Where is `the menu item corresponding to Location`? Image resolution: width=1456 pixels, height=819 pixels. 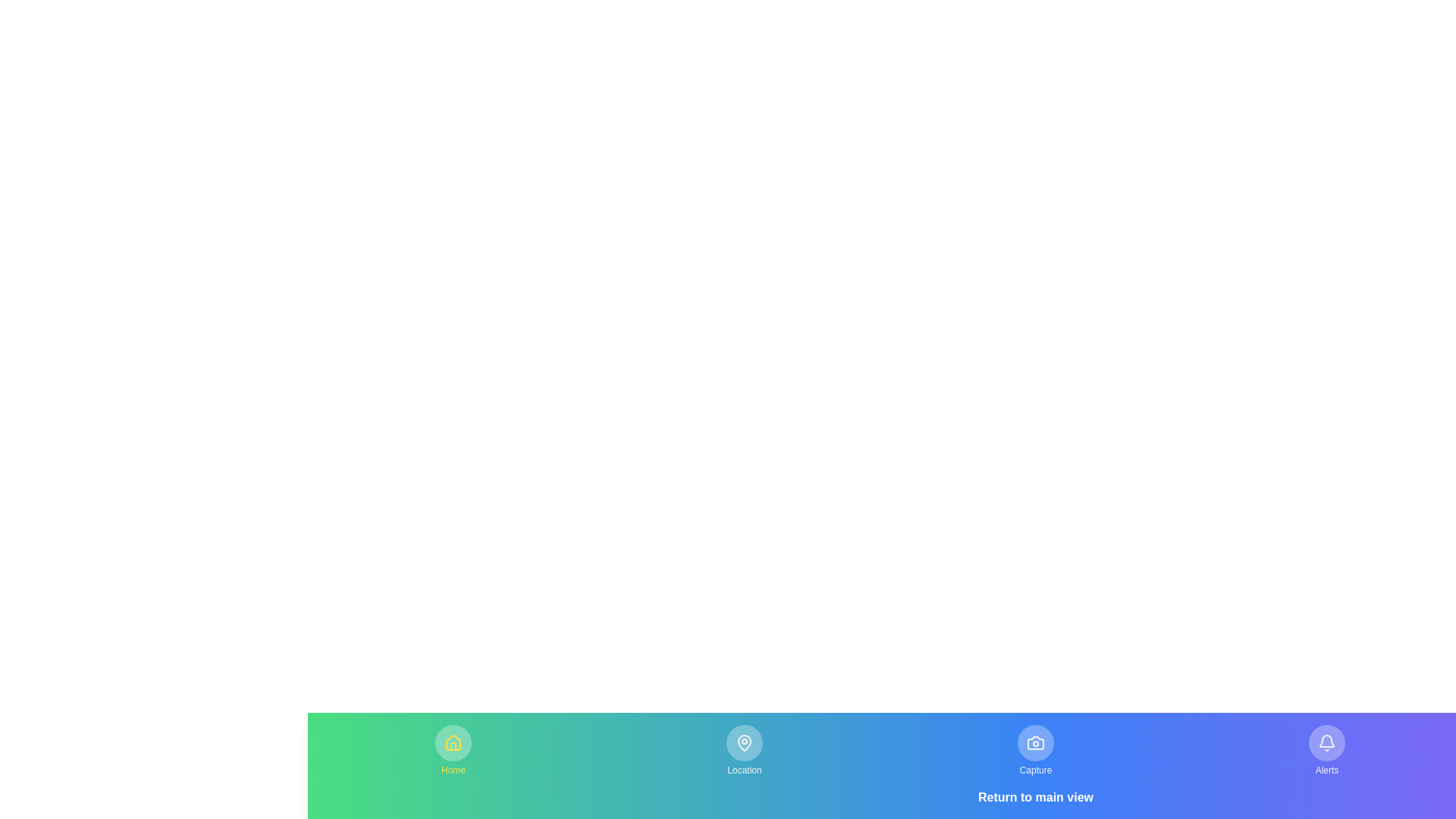
the menu item corresponding to Location is located at coordinates (745, 751).